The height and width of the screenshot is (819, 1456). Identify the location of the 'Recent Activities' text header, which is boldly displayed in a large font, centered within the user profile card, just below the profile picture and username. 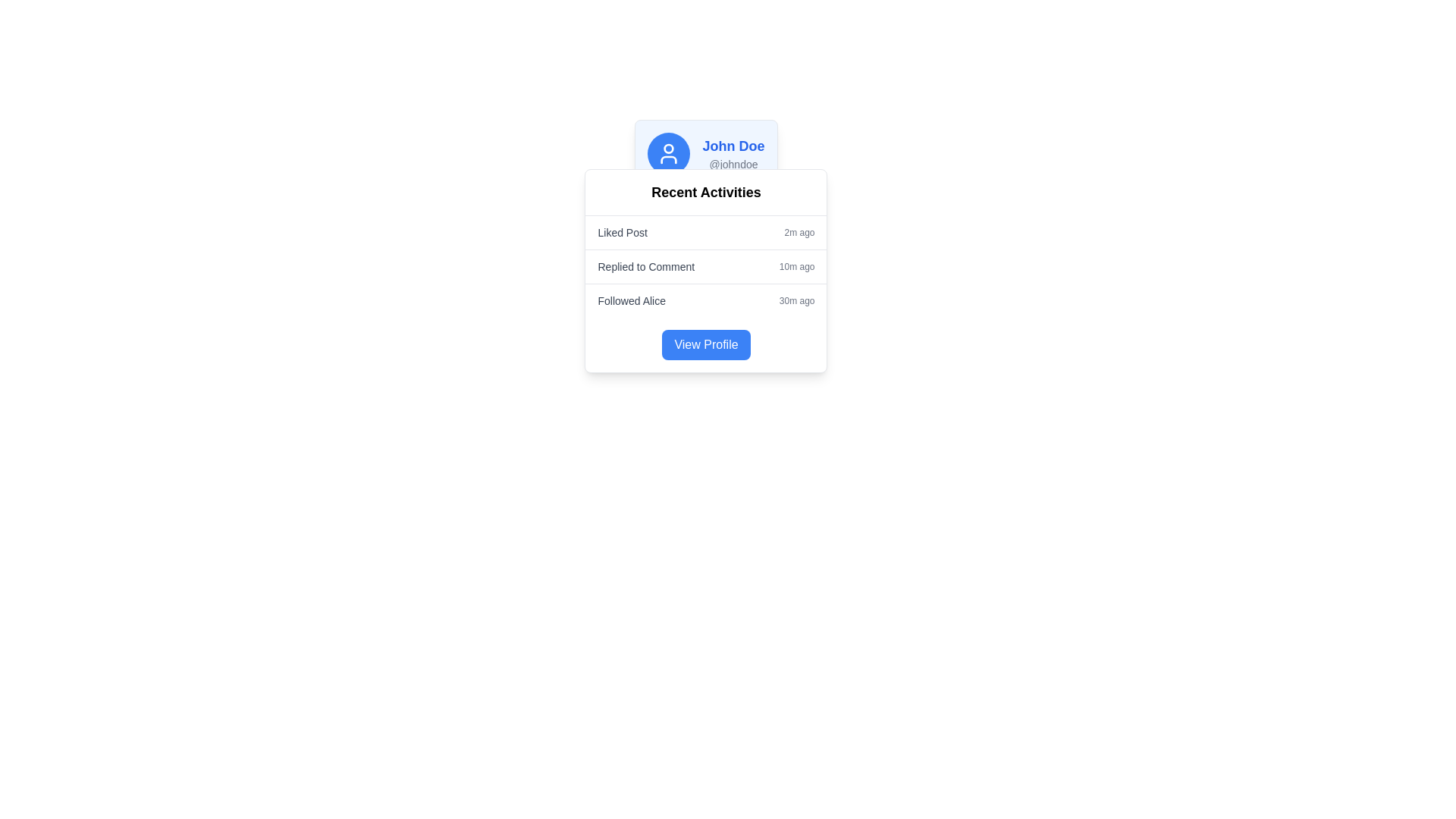
(705, 192).